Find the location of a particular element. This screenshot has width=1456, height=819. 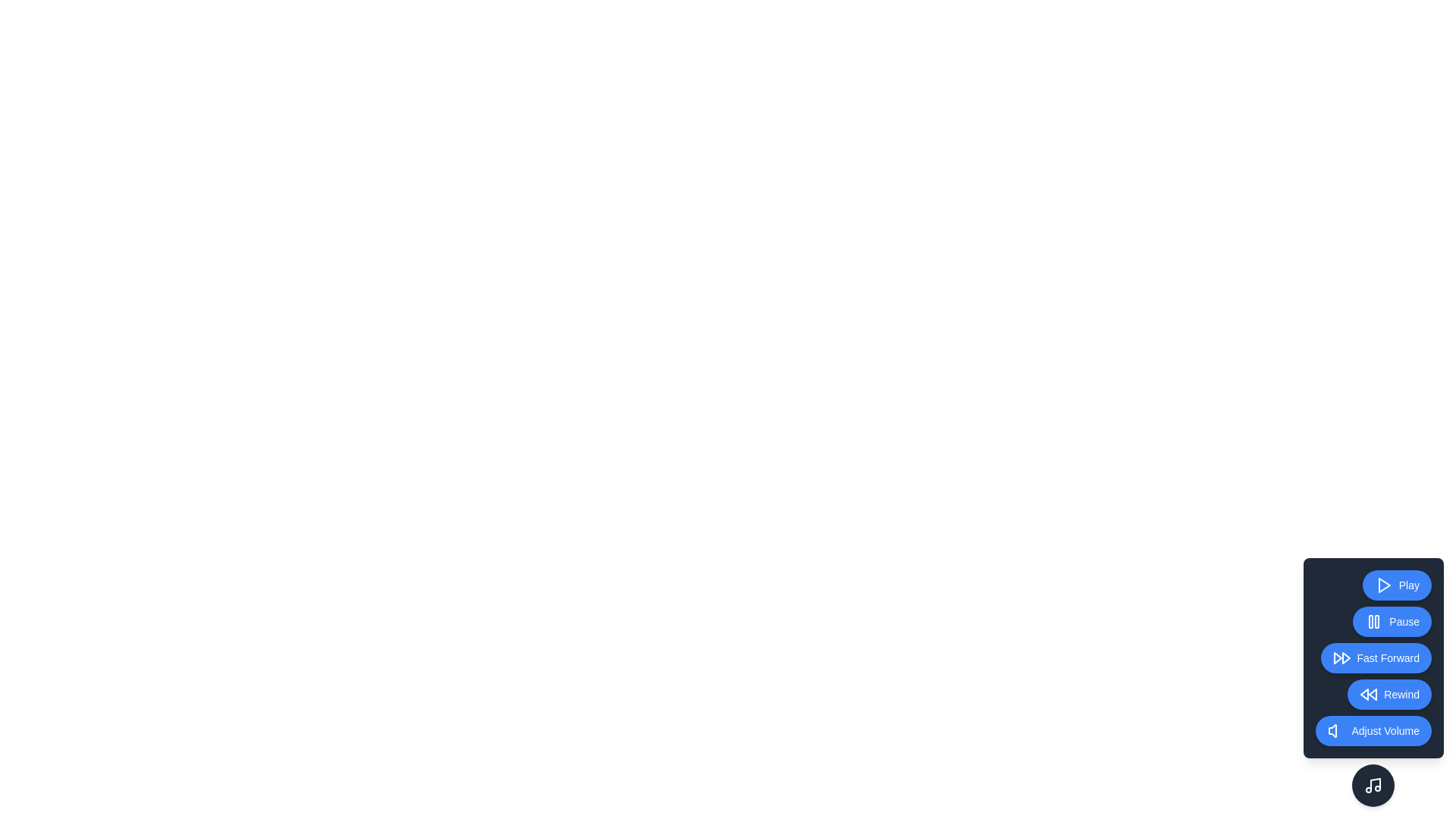

the Rewind button to activate the corresponding playback control is located at coordinates (1389, 694).